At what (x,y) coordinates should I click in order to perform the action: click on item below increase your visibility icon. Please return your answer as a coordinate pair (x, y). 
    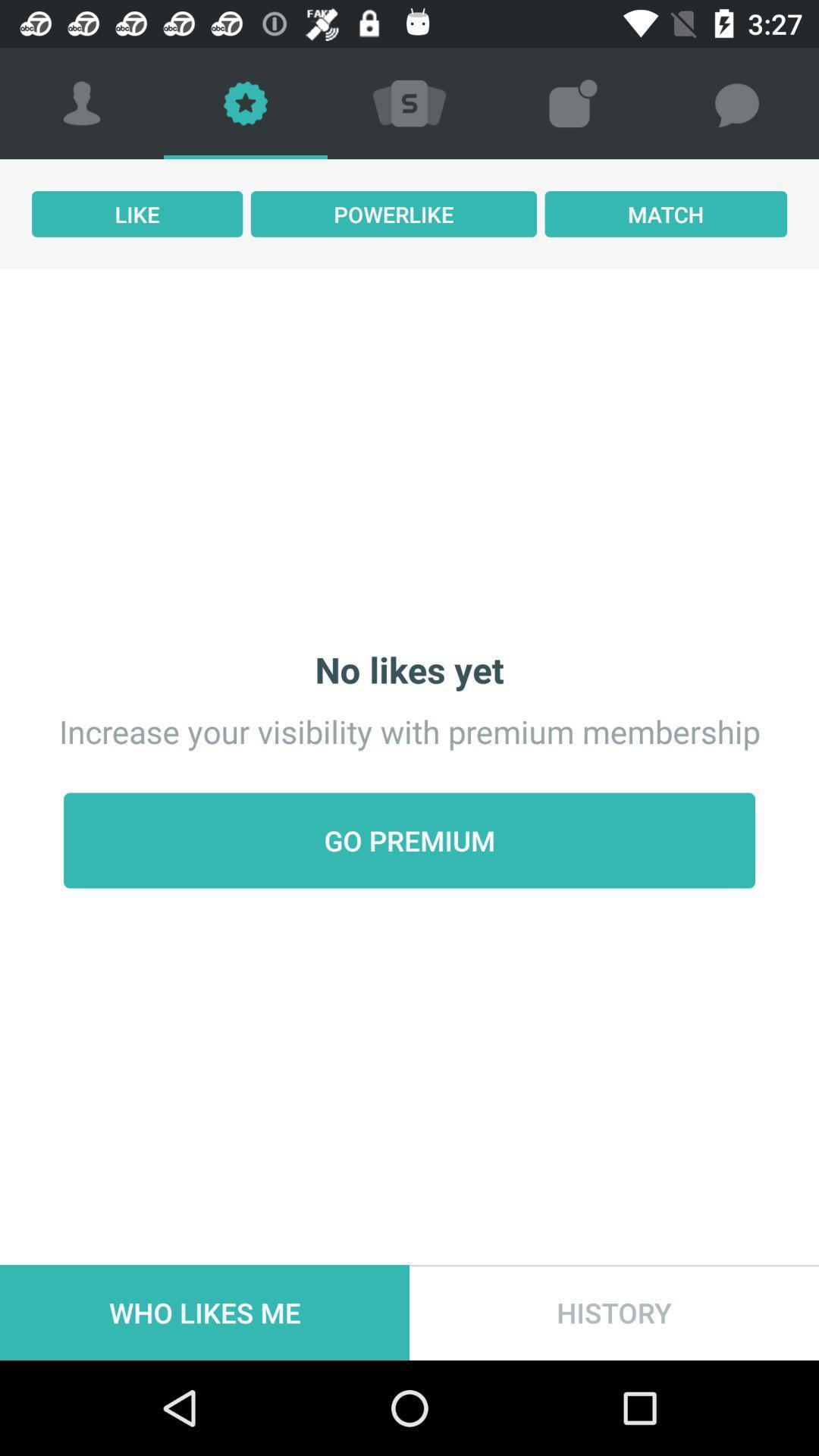
    Looking at the image, I should click on (409, 839).